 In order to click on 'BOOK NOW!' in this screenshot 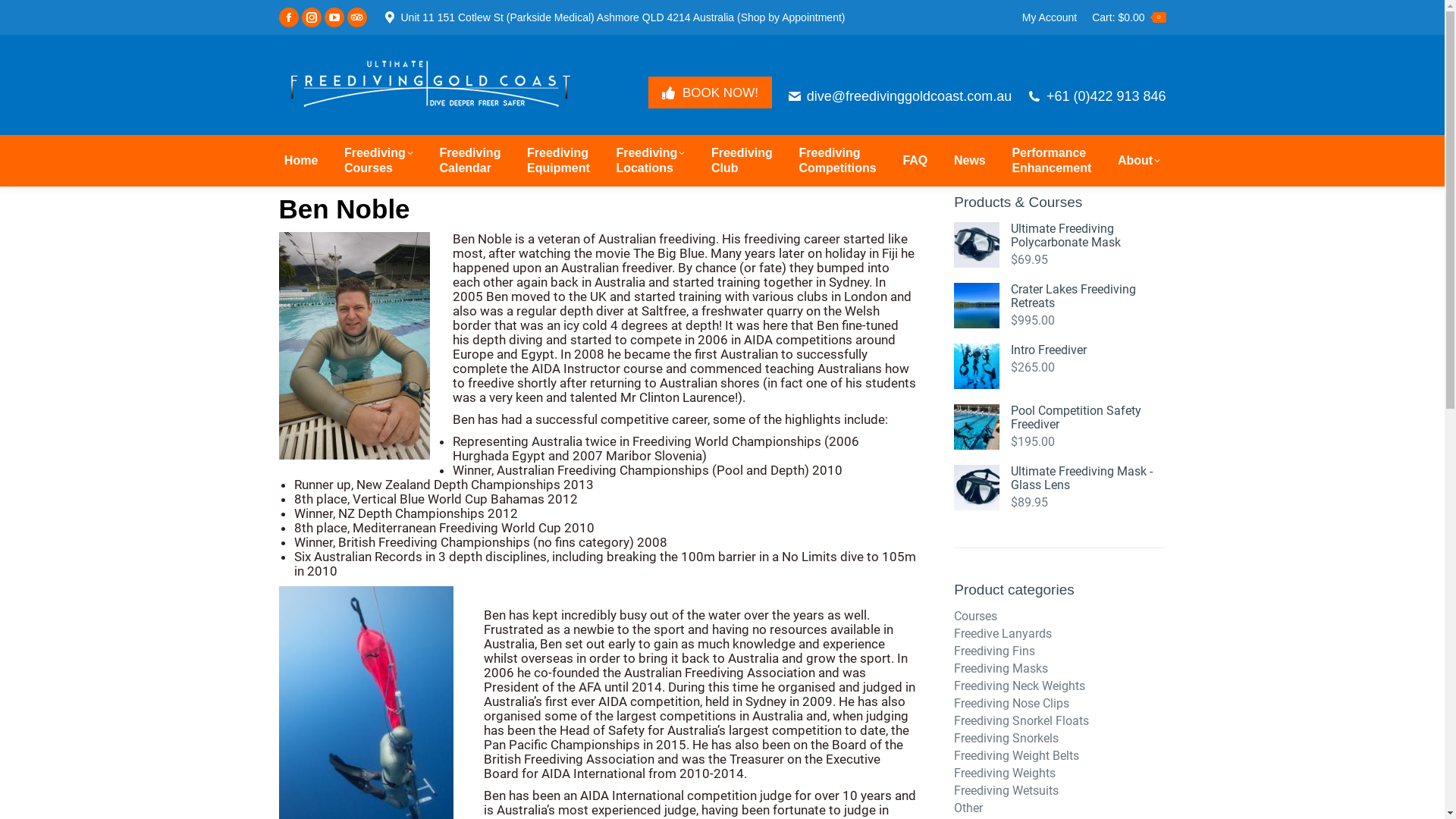, I will do `click(709, 93)`.